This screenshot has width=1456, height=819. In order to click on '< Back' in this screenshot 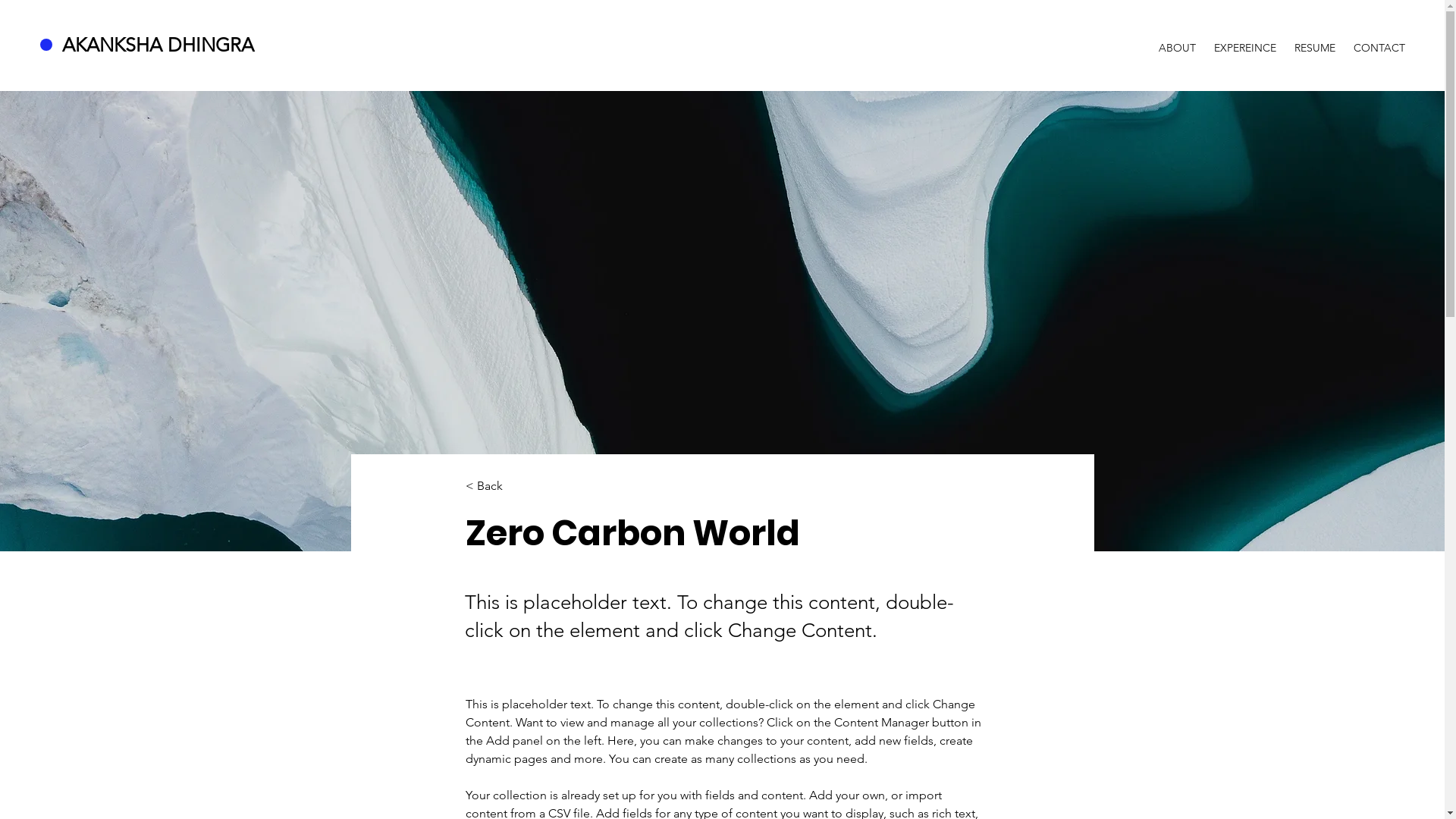, I will do `click(516, 486)`.